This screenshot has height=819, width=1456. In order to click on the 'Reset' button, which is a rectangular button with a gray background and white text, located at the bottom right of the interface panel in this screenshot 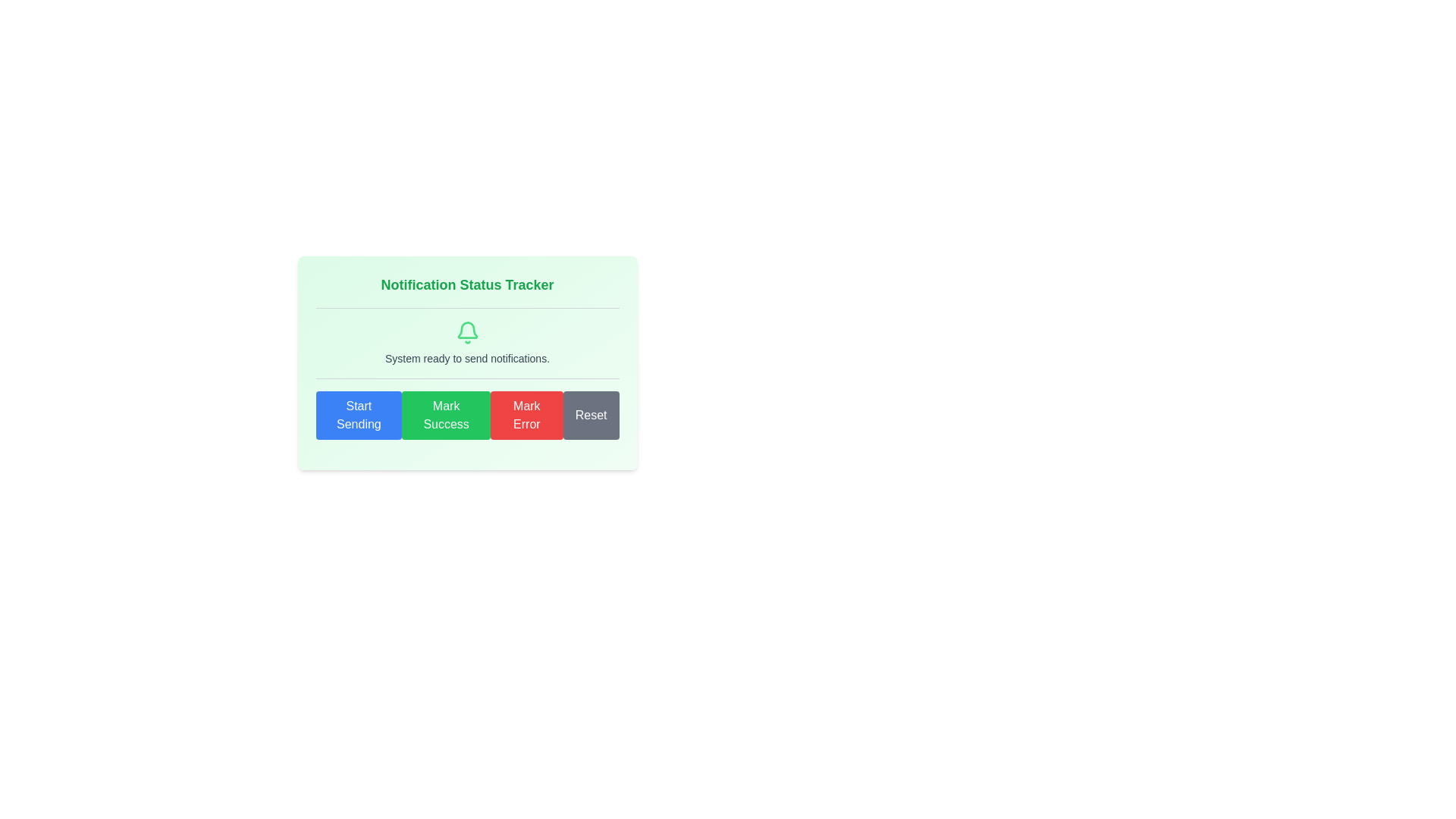, I will do `click(590, 415)`.